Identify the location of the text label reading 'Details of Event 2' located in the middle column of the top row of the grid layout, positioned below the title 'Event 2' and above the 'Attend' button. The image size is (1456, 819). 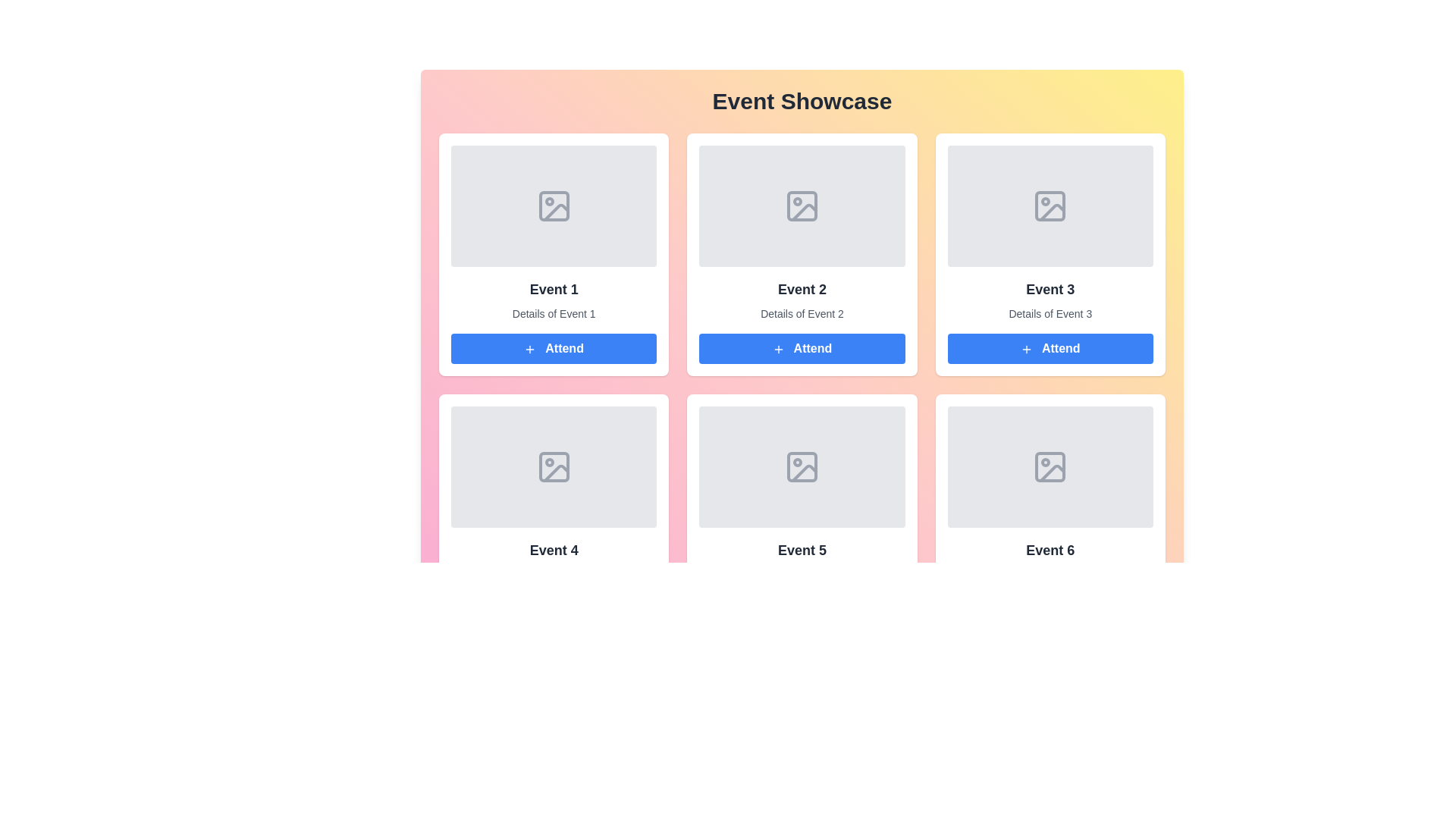
(801, 312).